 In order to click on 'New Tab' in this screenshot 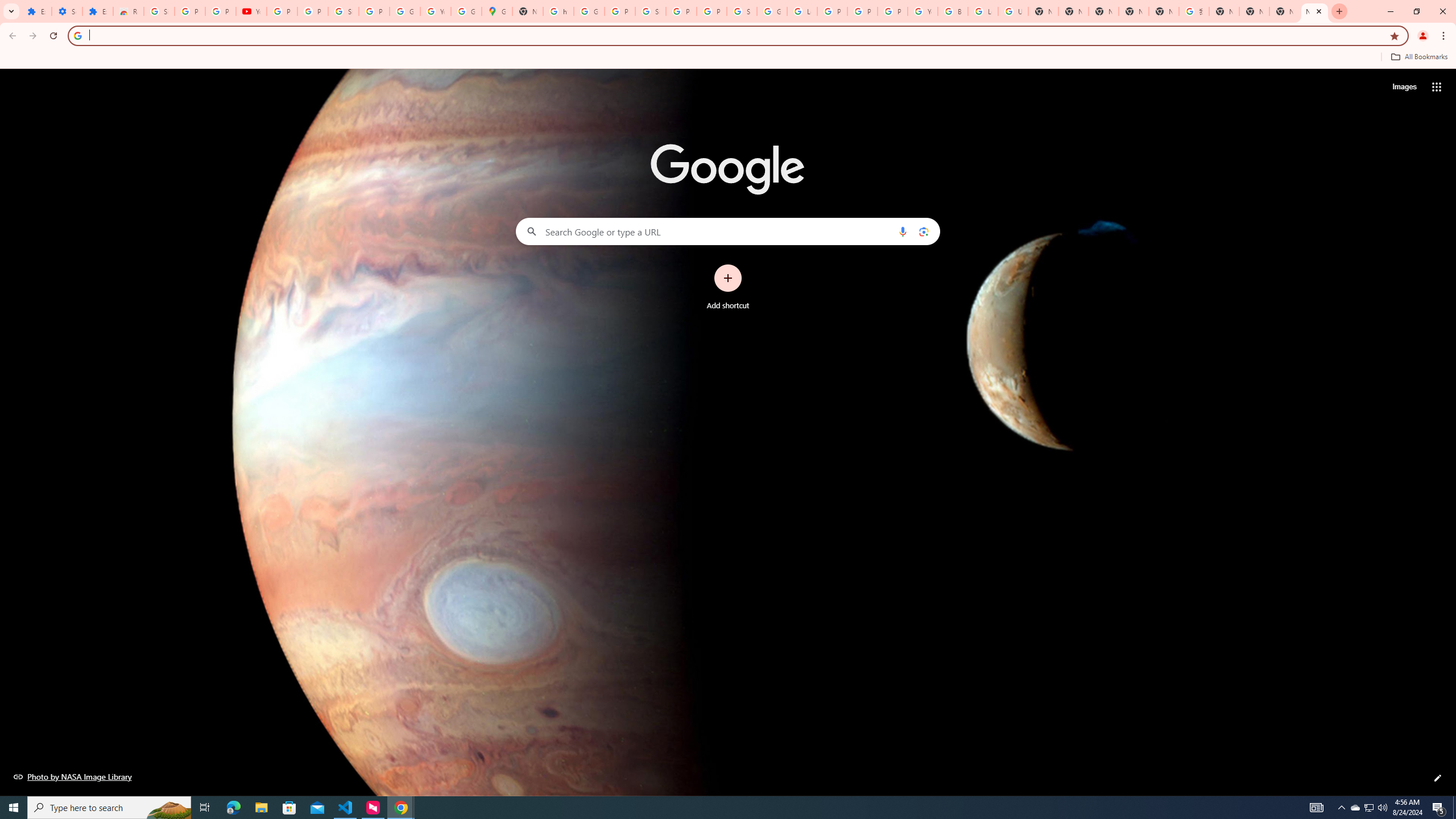, I will do `click(1314, 11)`.